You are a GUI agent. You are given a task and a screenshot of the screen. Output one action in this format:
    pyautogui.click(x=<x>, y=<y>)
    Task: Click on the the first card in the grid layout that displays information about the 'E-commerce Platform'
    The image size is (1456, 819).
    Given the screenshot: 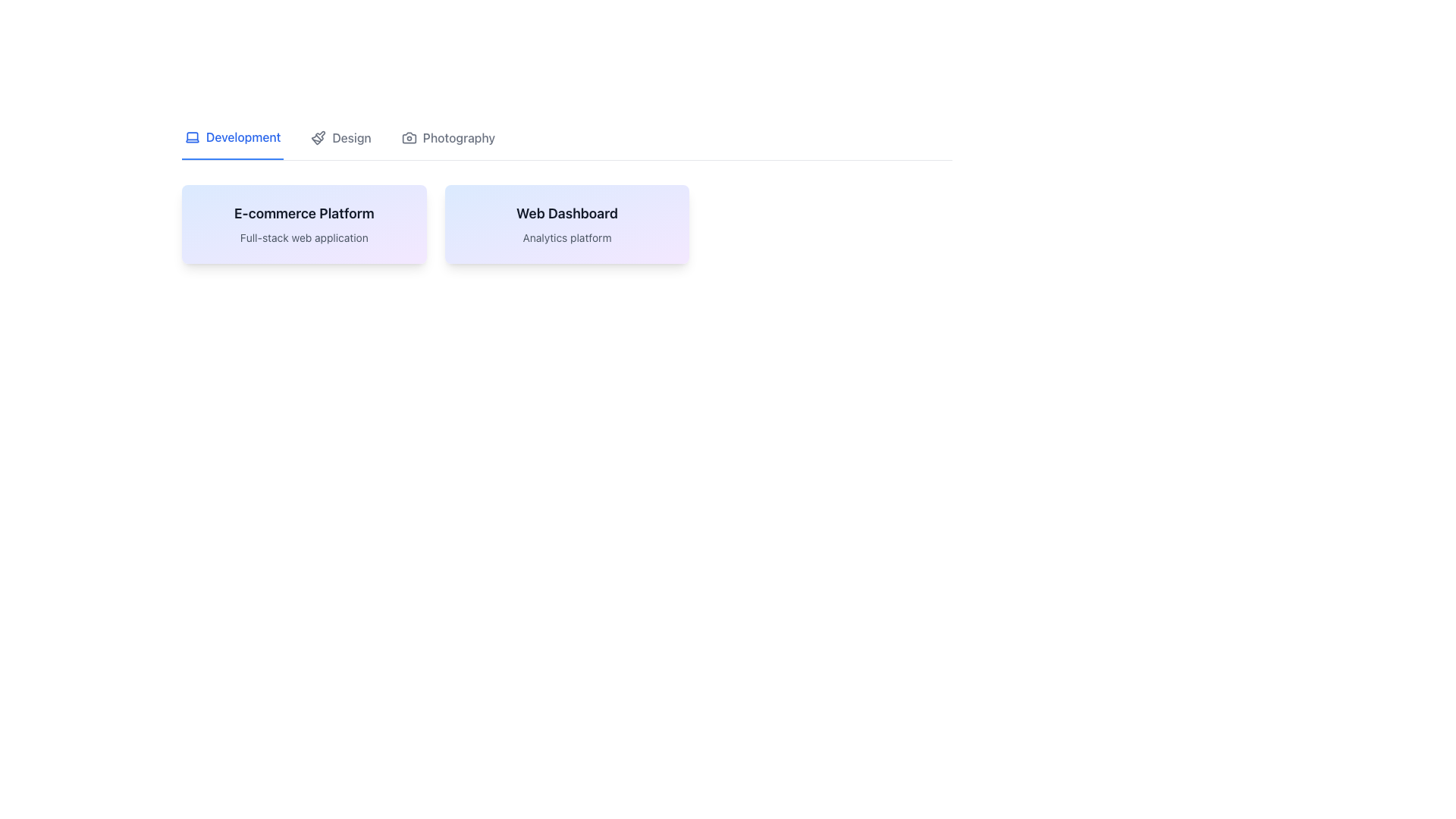 What is the action you would take?
    pyautogui.click(x=303, y=224)
    